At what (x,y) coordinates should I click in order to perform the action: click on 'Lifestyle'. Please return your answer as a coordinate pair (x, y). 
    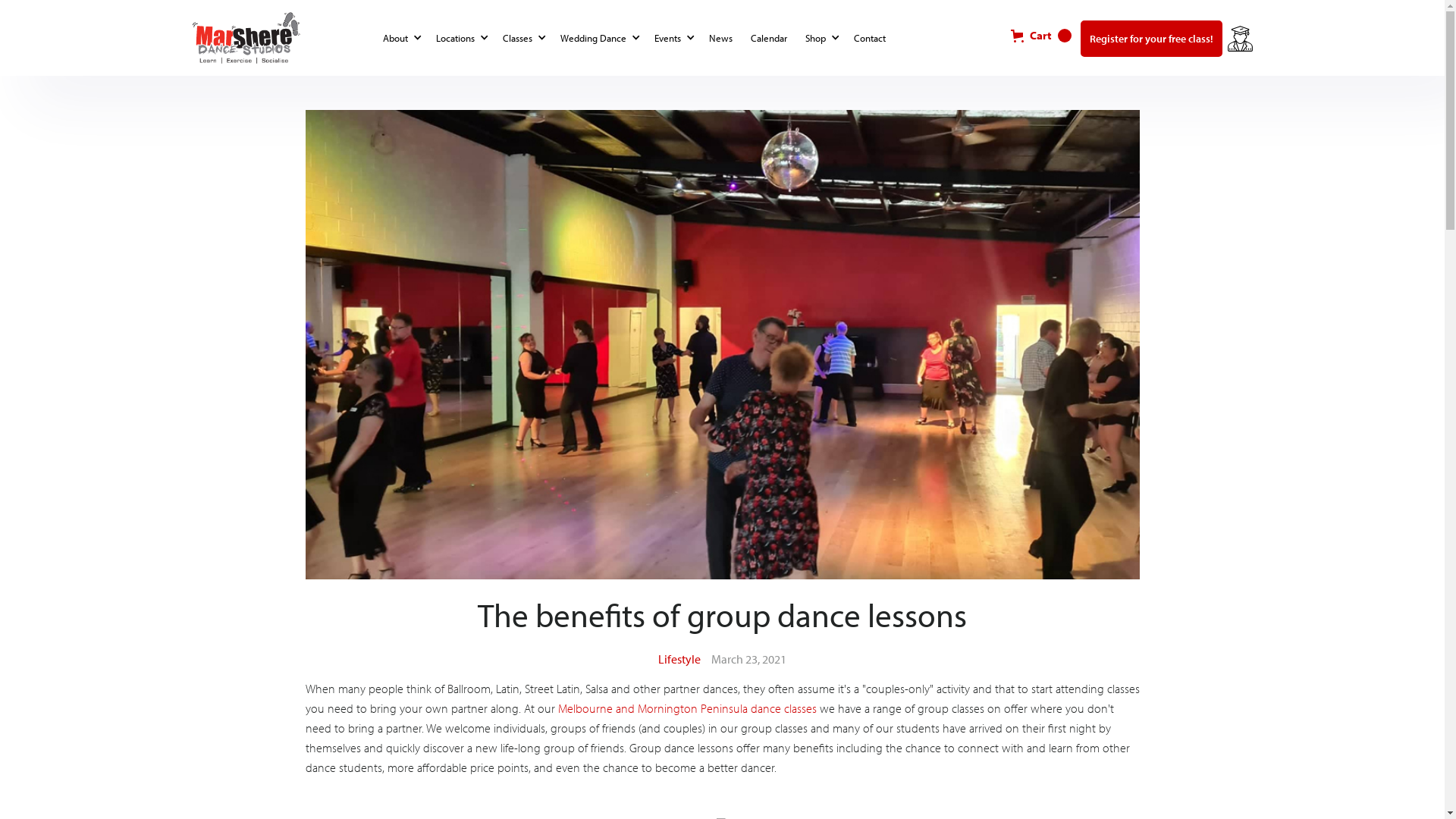
    Looking at the image, I should click on (658, 657).